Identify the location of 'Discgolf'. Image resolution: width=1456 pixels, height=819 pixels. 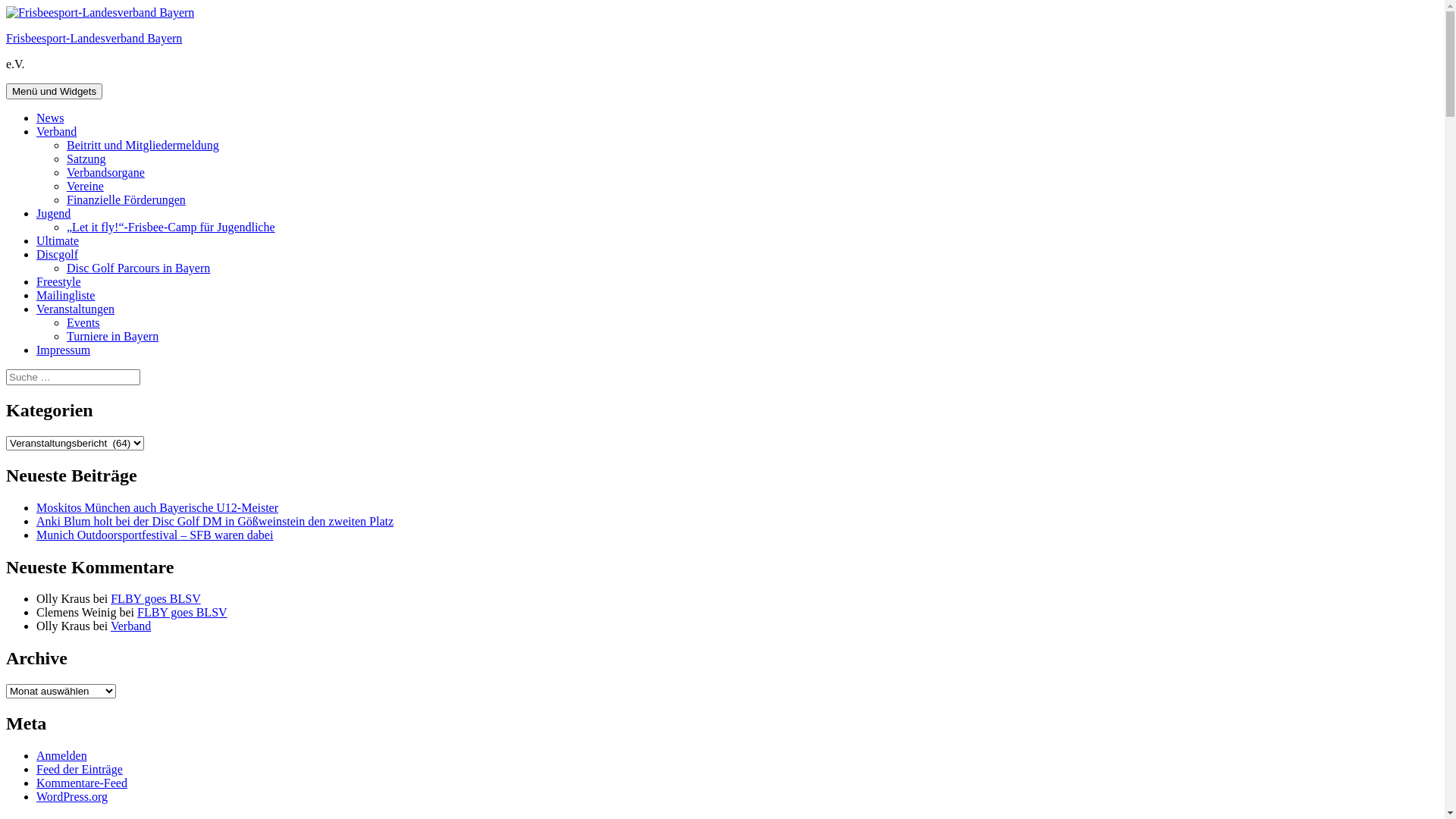
(36, 253).